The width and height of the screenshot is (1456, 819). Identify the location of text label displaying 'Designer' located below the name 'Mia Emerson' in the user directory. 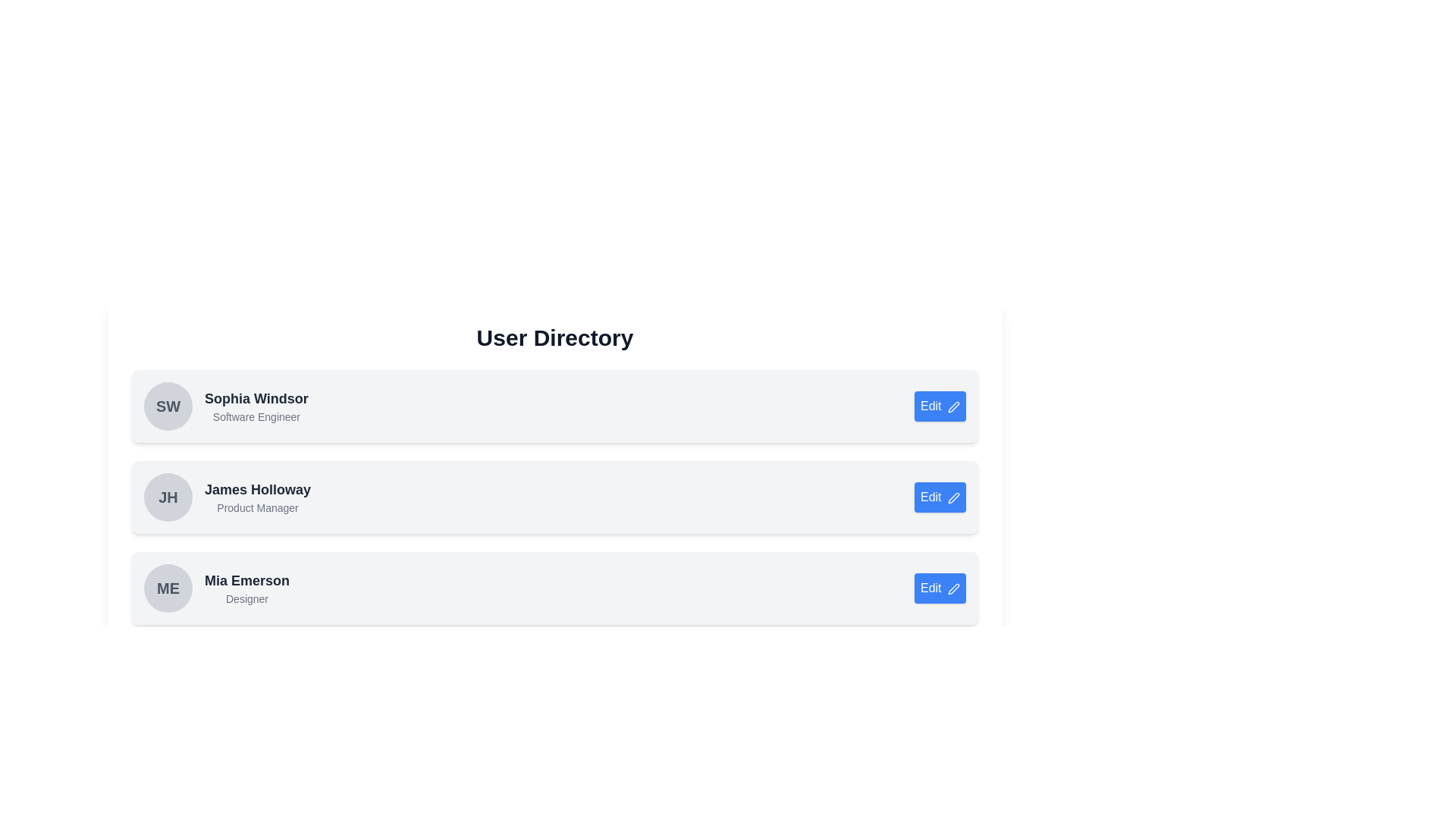
(247, 598).